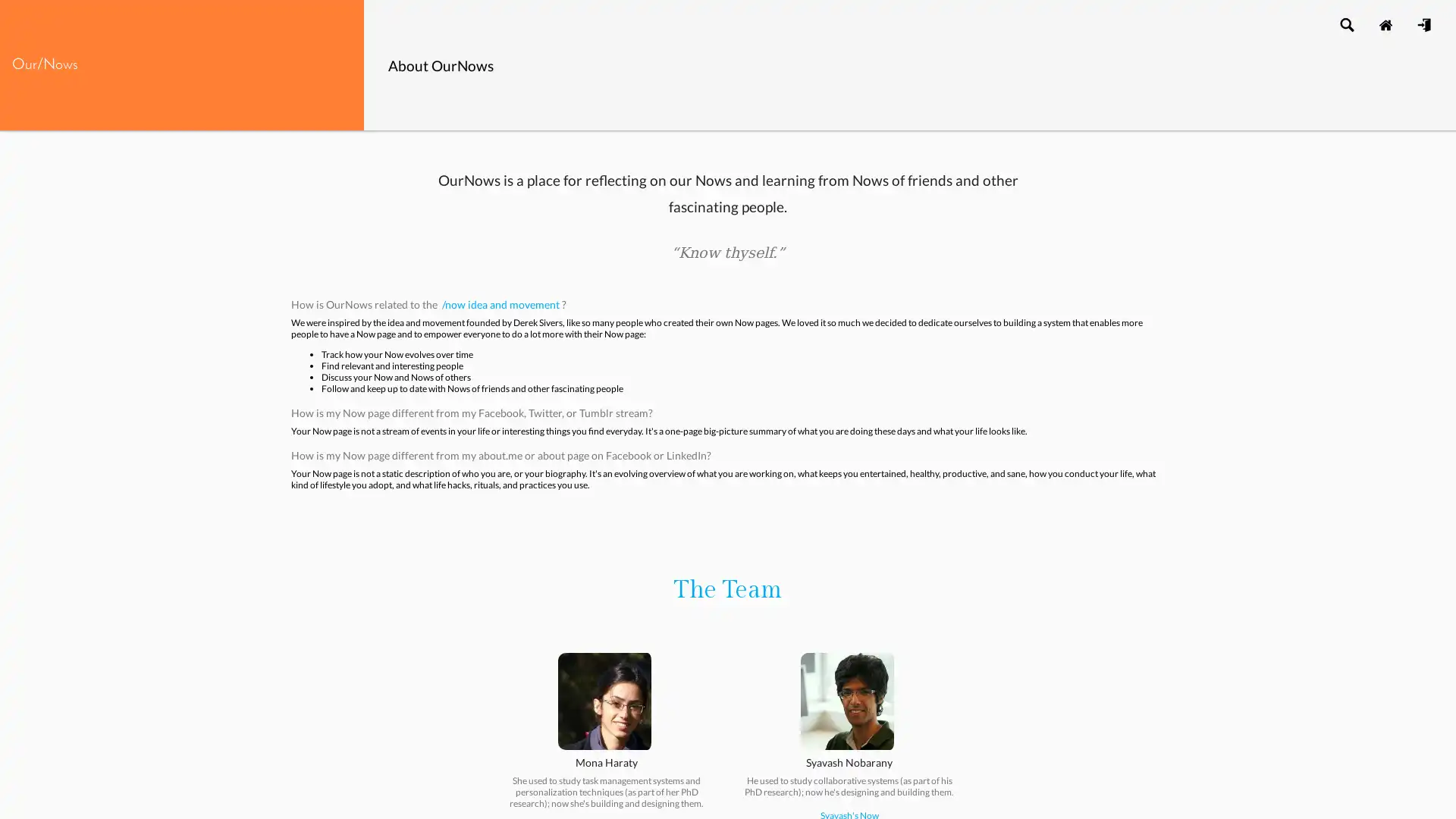 This screenshot has height=819, width=1456. What do you see at coordinates (1423, 24) in the screenshot?
I see `Login` at bounding box center [1423, 24].